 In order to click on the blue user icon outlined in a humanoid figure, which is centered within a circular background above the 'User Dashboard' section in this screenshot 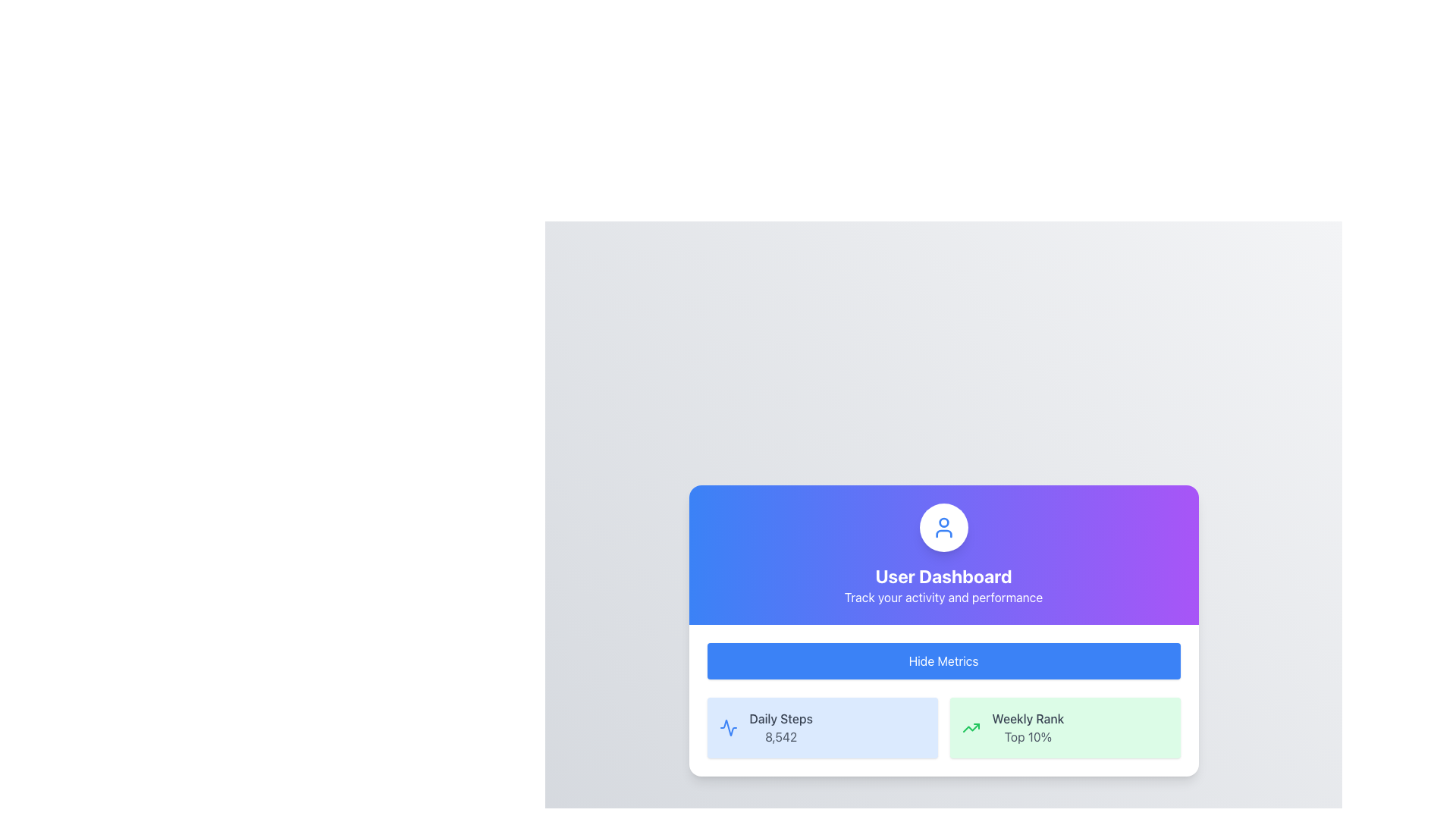, I will do `click(943, 526)`.